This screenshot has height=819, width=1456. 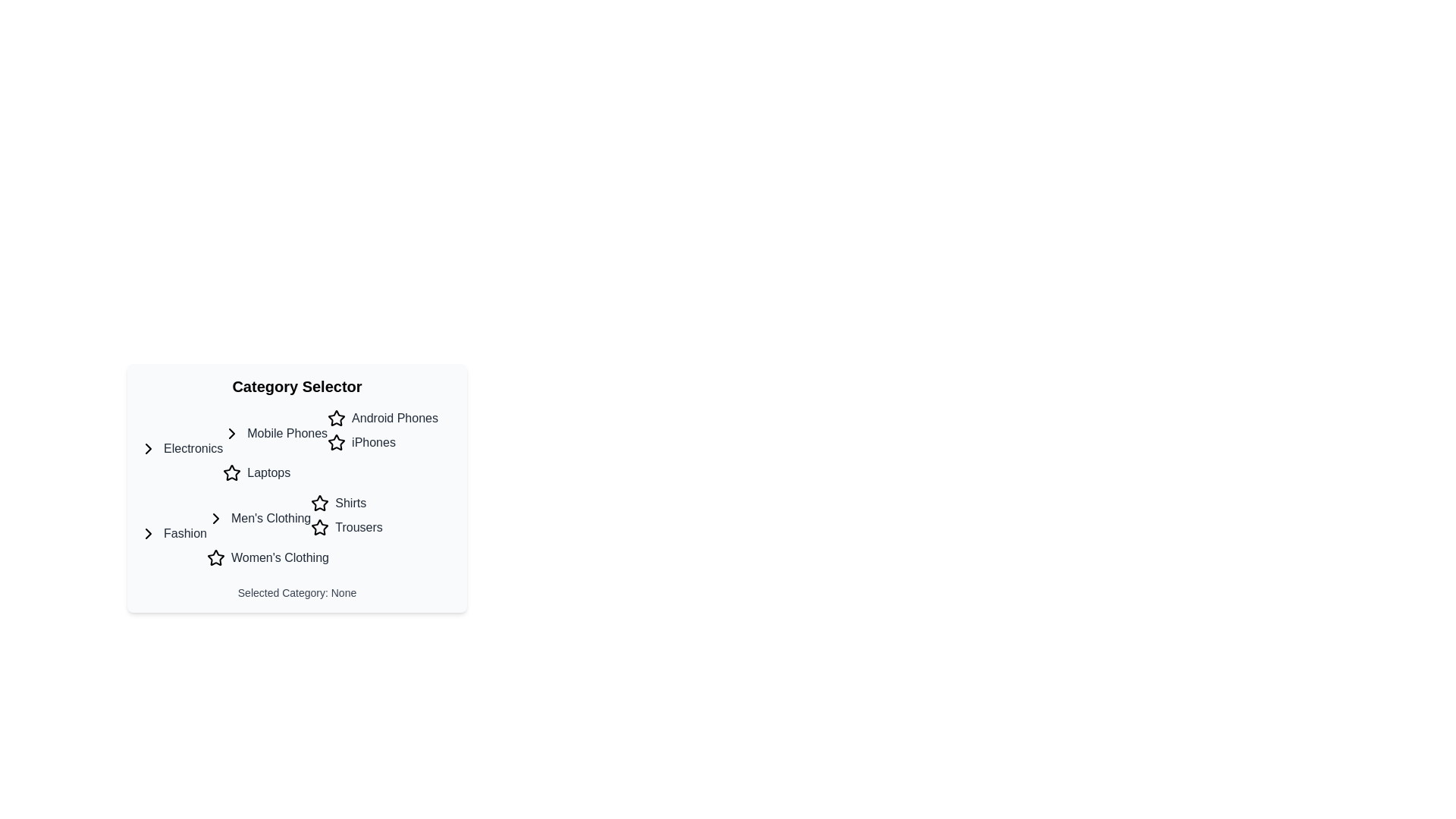 What do you see at coordinates (184, 533) in the screenshot?
I see `the 'Fashion' hyperlink located in the vertical category selector list beneath the 'Electronics' category to change its color` at bounding box center [184, 533].